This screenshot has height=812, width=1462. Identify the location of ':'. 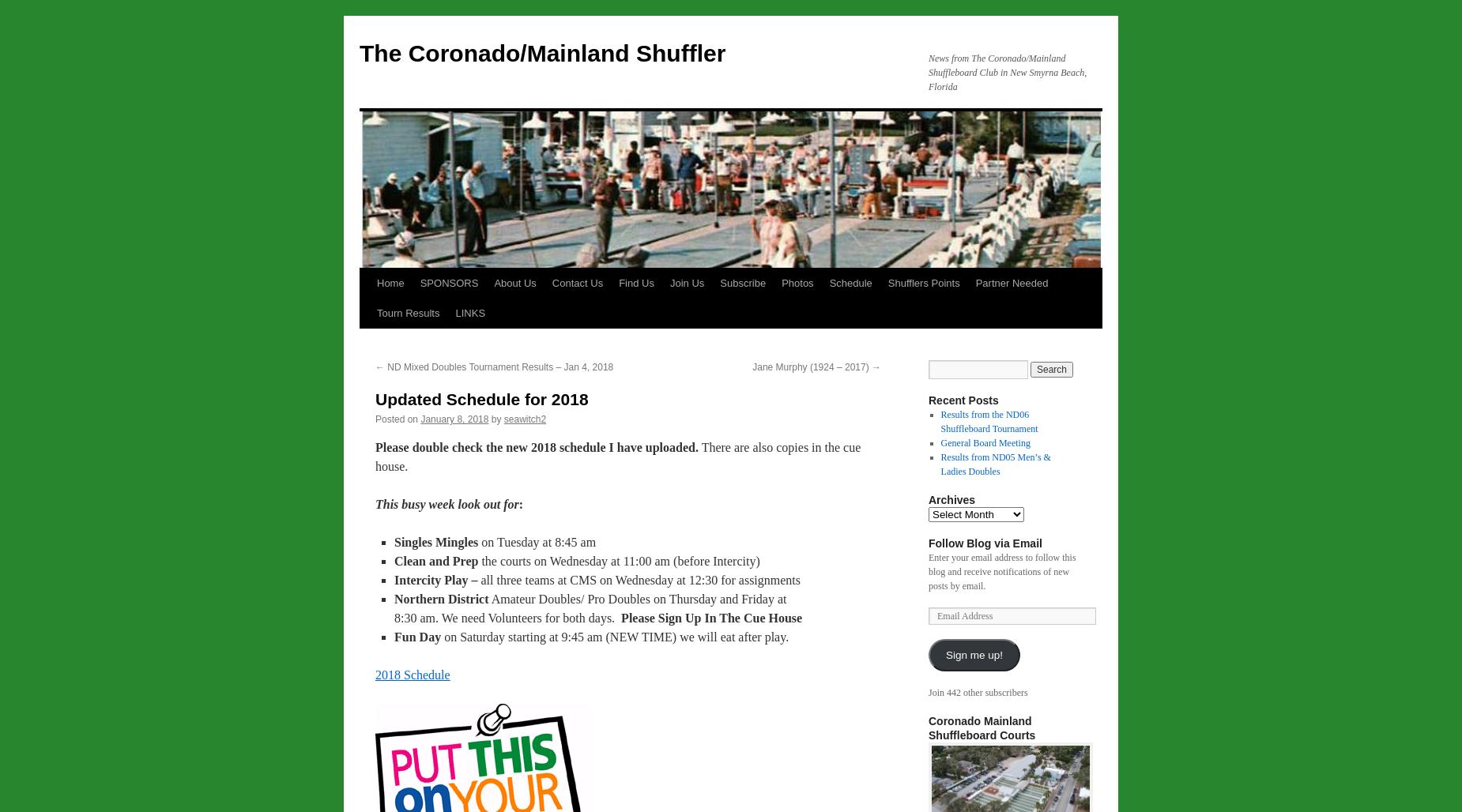
(520, 503).